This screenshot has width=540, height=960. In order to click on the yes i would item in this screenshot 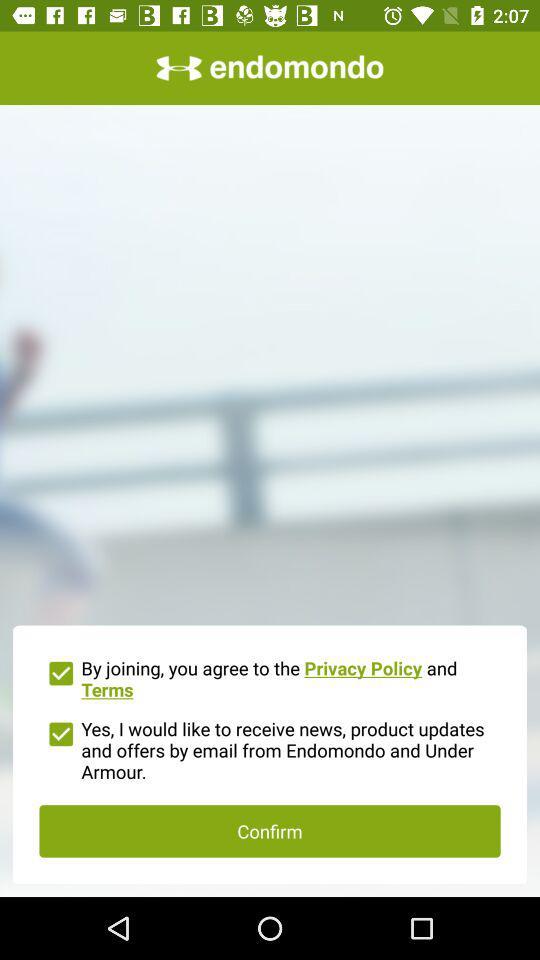, I will do `click(270, 747)`.